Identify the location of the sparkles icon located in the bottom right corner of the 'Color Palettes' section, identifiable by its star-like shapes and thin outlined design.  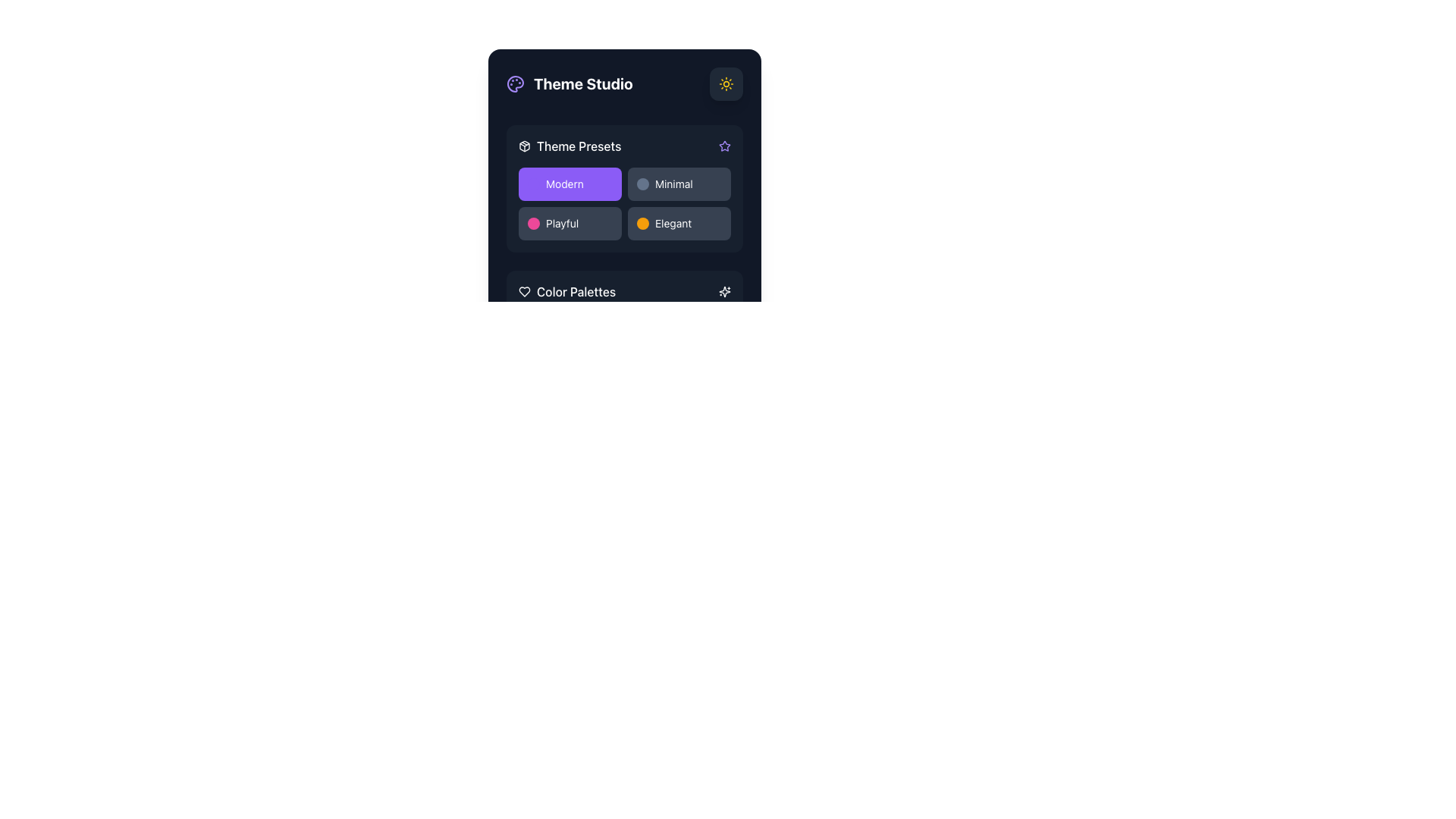
(723, 292).